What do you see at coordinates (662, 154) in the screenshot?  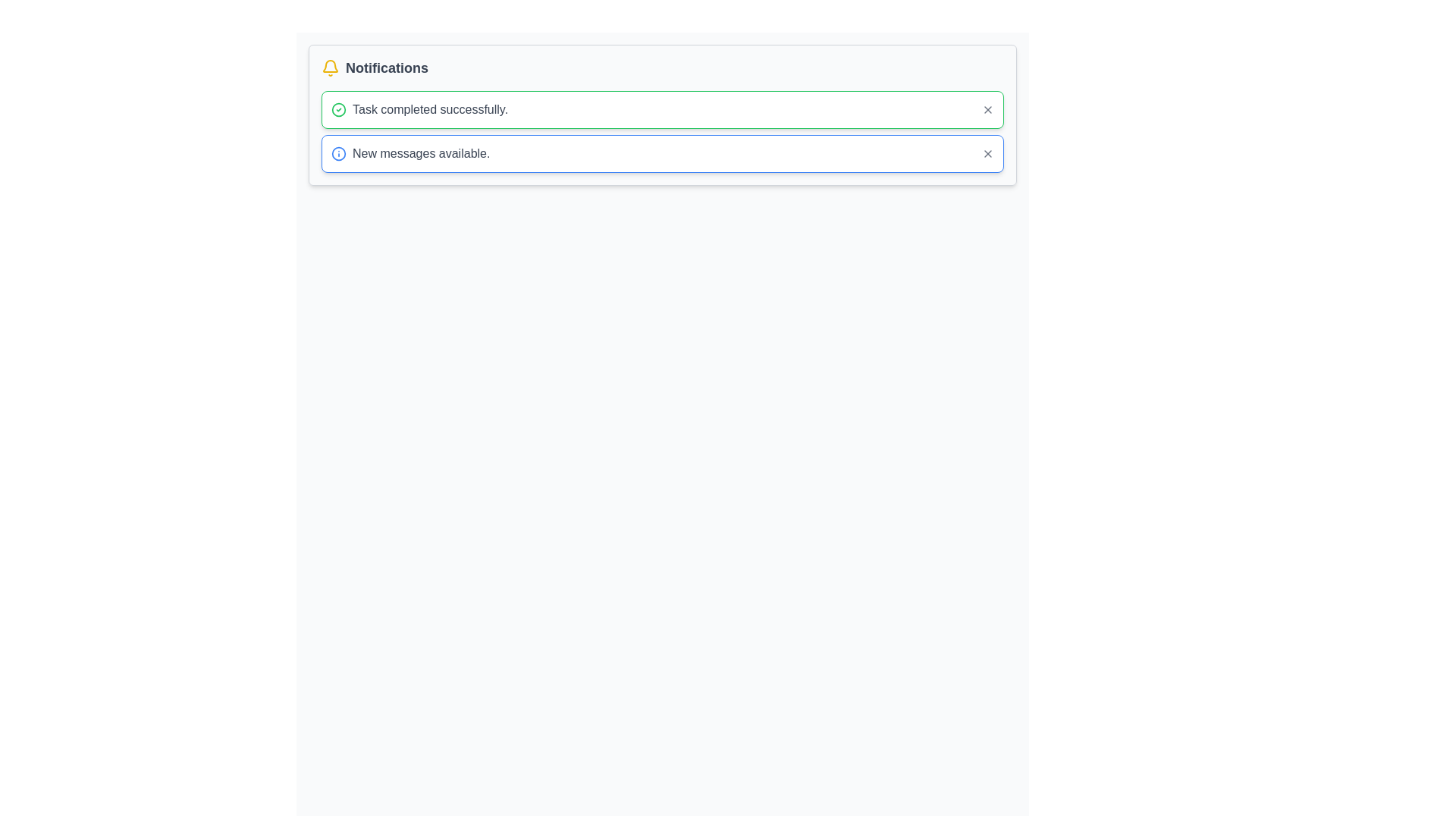 I see `informational notification banner that displays 'New messages available.'` at bounding box center [662, 154].